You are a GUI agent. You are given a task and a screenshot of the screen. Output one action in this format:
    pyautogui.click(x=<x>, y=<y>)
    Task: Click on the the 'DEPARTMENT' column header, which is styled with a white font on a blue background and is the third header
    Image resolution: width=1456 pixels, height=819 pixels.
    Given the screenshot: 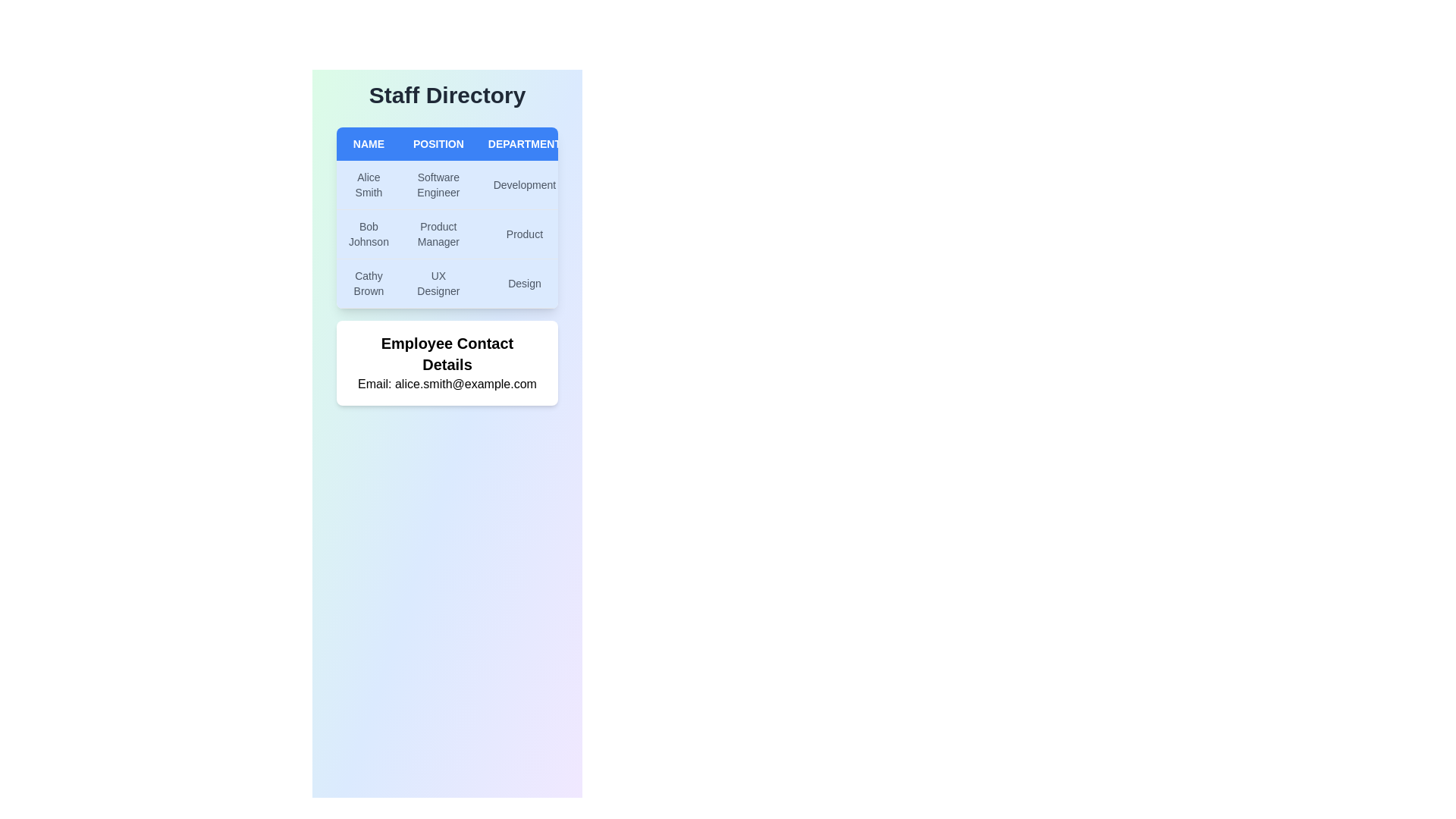 What is the action you would take?
    pyautogui.click(x=524, y=143)
    